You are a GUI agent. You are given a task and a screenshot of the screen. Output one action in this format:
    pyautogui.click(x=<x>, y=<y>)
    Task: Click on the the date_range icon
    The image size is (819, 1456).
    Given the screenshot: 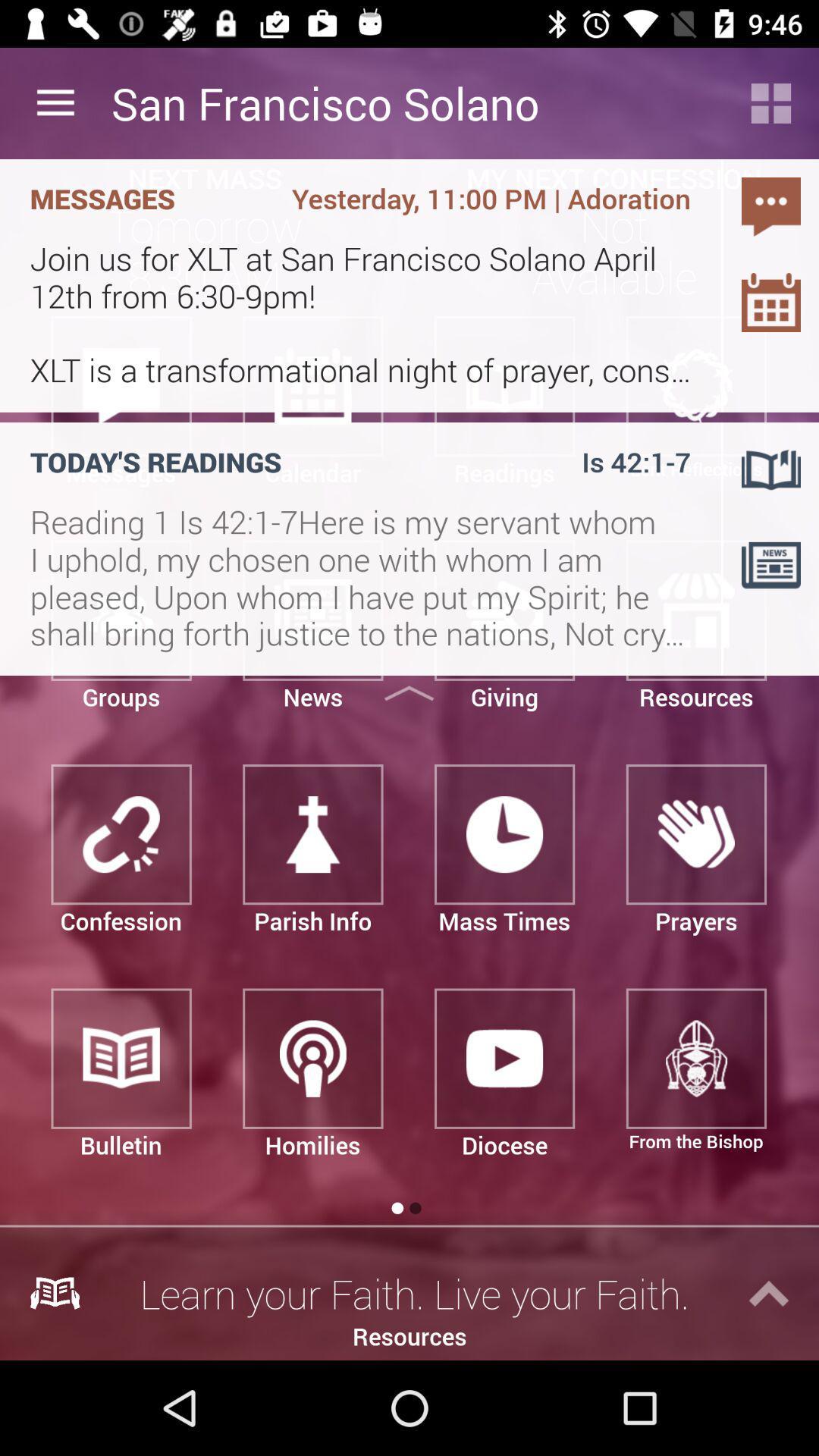 What is the action you would take?
    pyautogui.click(x=771, y=302)
    